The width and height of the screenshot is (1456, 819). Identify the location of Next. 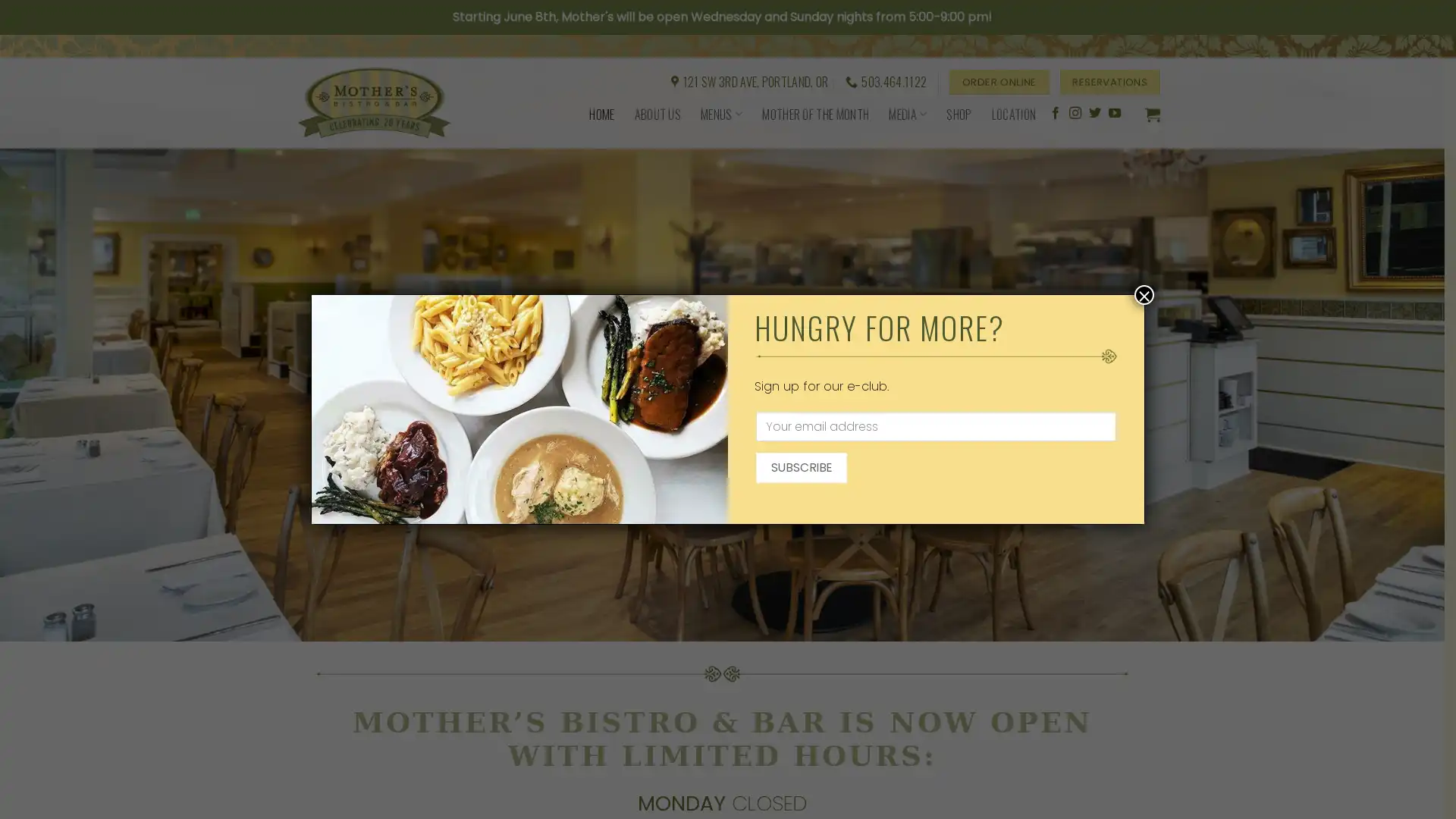
(1395, 336).